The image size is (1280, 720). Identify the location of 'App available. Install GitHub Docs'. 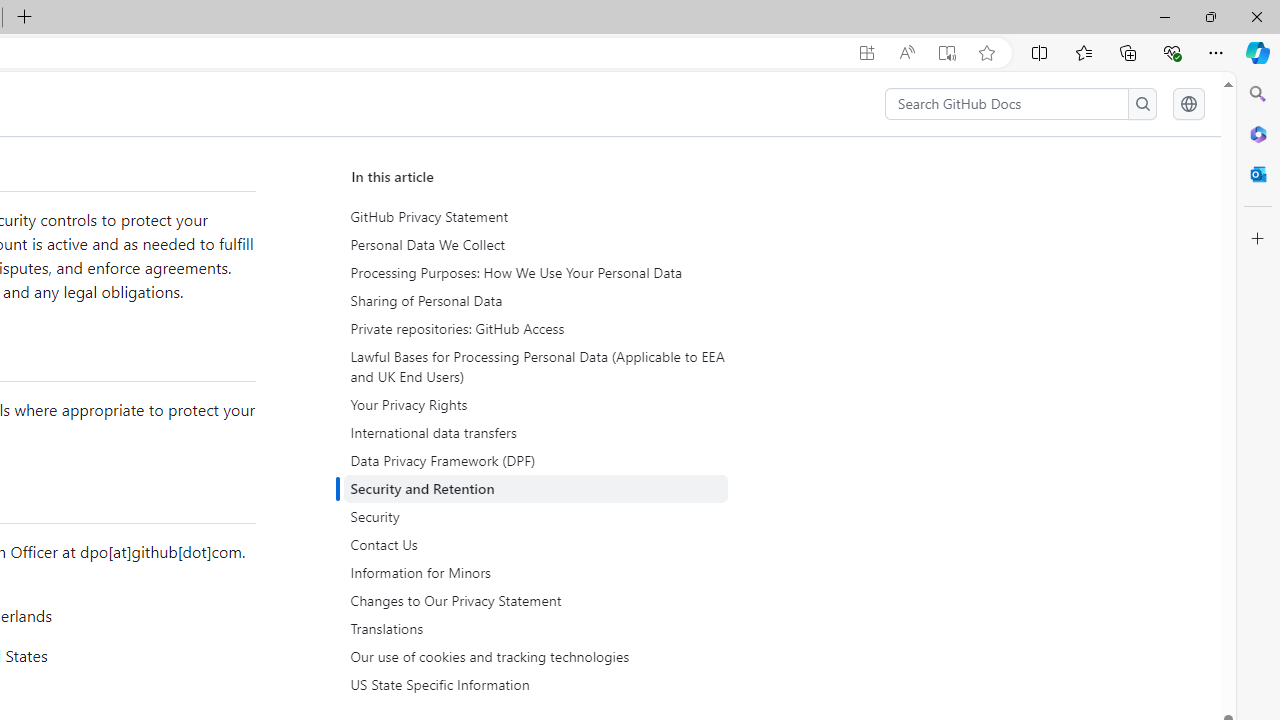
(867, 52).